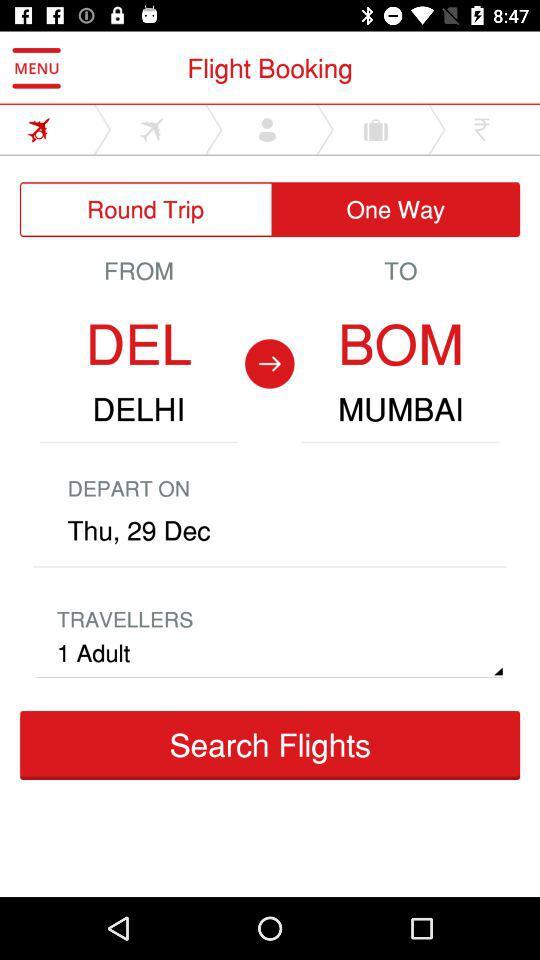  Describe the element at coordinates (270, 363) in the screenshot. I see `the right arrow button` at that location.